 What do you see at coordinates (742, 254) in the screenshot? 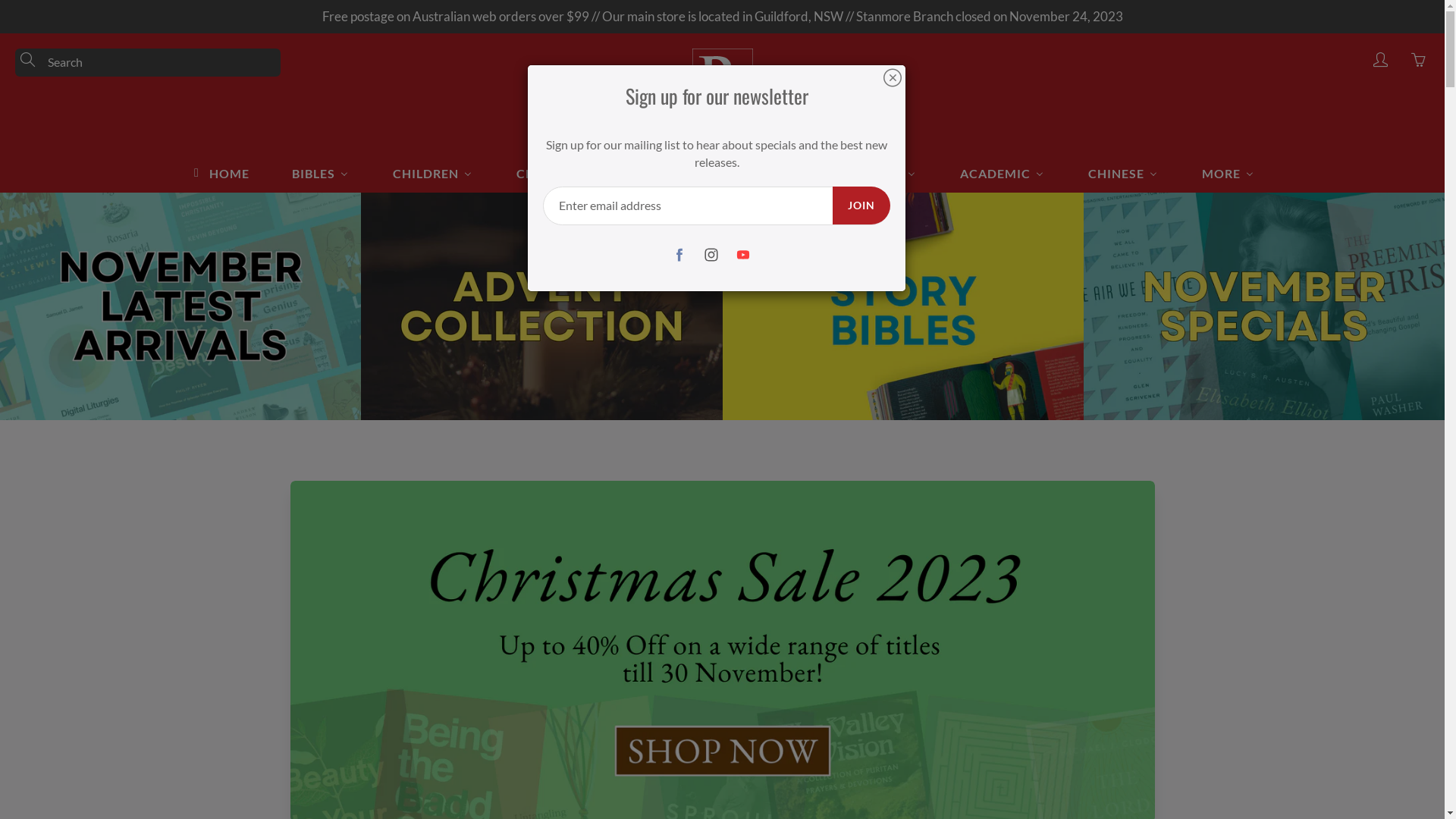
I see `'YouTube'` at bounding box center [742, 254].